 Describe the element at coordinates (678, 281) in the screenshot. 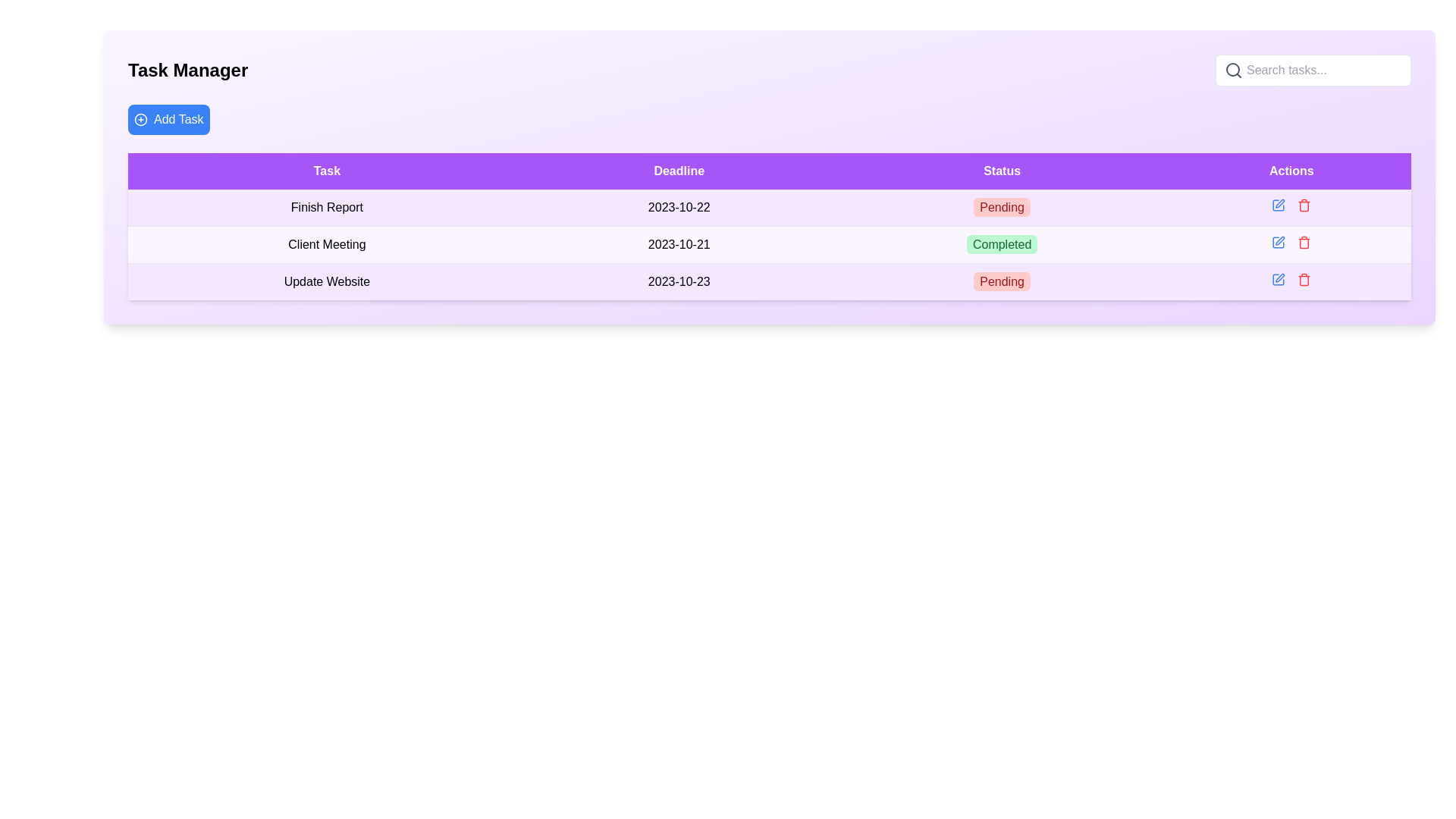

I see `the Text Label representing the deadline for the 'Update Website' task in the task management interface, located in the third row under the 'Deadline' column` at that location.